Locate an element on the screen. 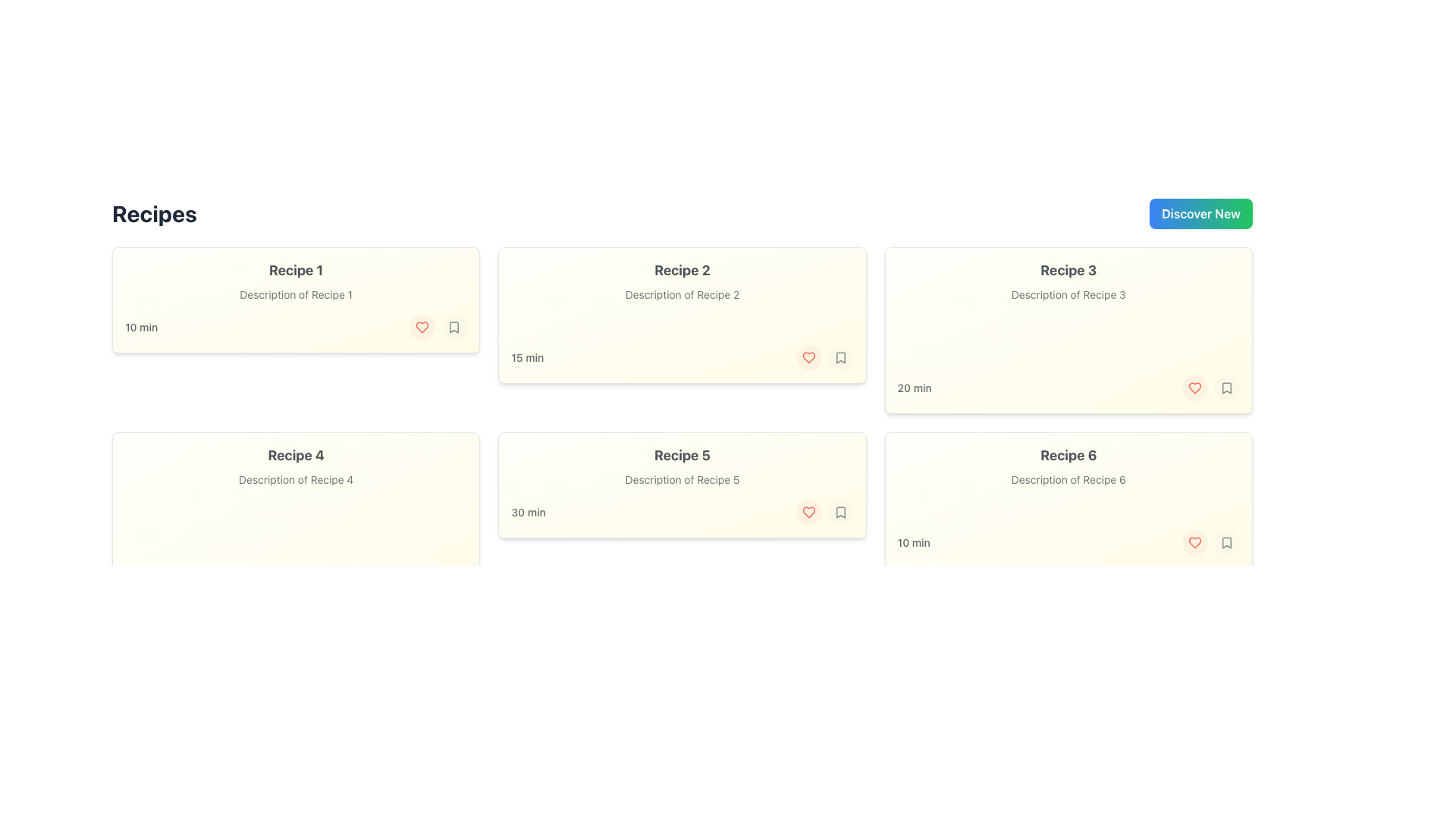  the bookmark icon located at the bottom-right corner of the first recipe card labeled 'Recipe 1' is located at coordinates (453, 327).